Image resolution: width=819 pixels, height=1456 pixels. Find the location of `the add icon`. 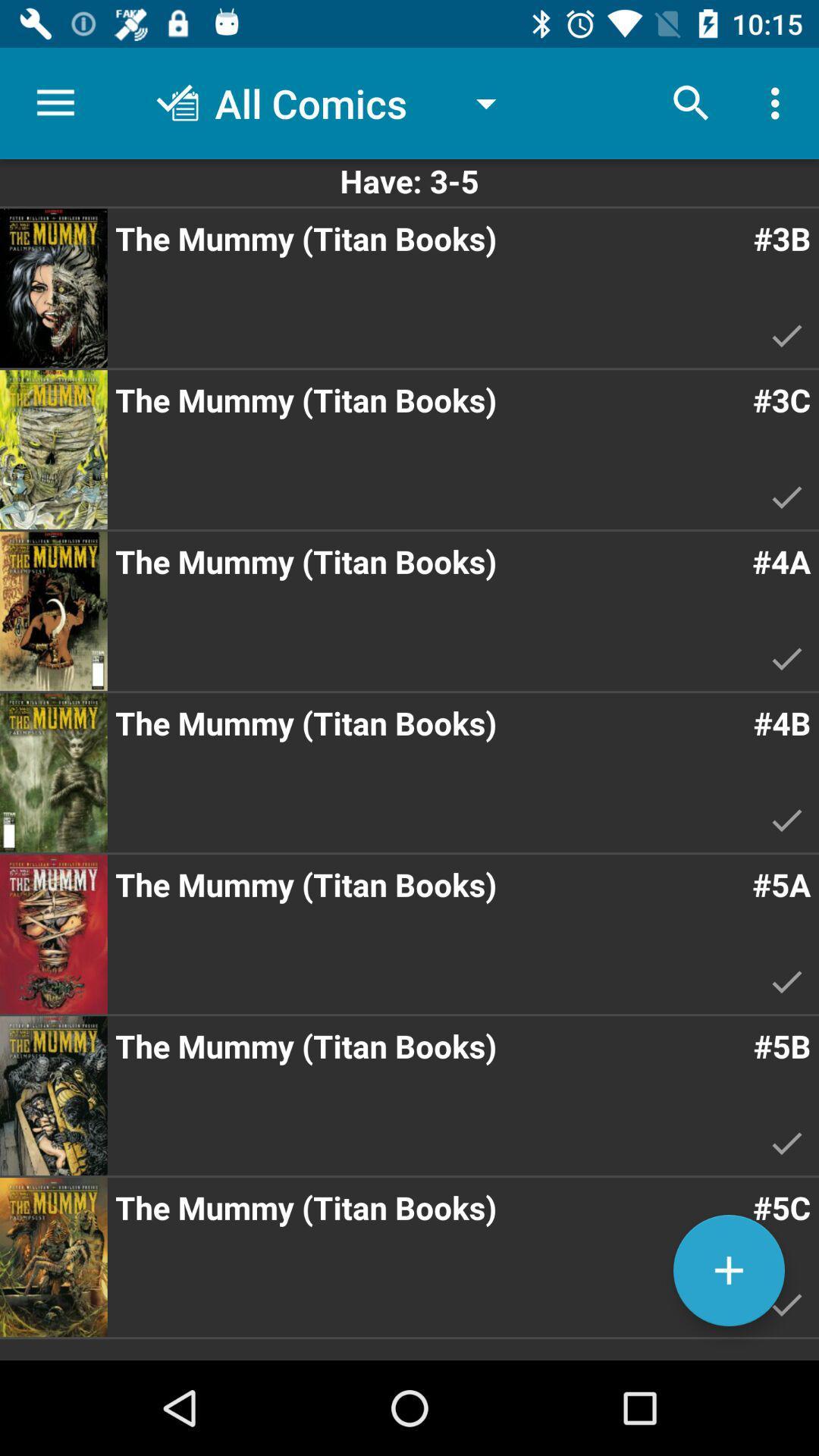

the add icon is located at coordinates (728, 1270).